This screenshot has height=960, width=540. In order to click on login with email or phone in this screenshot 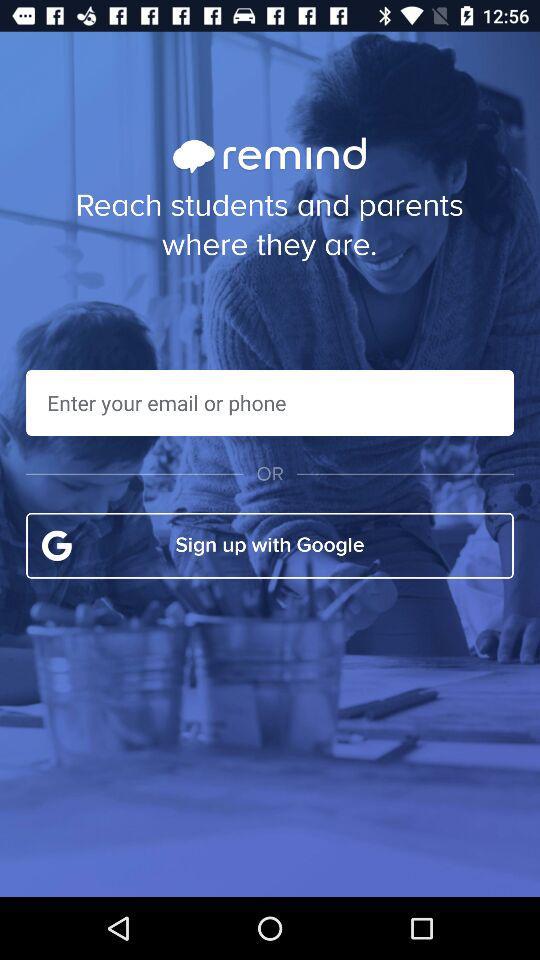, I will do `click(270, 401)`.